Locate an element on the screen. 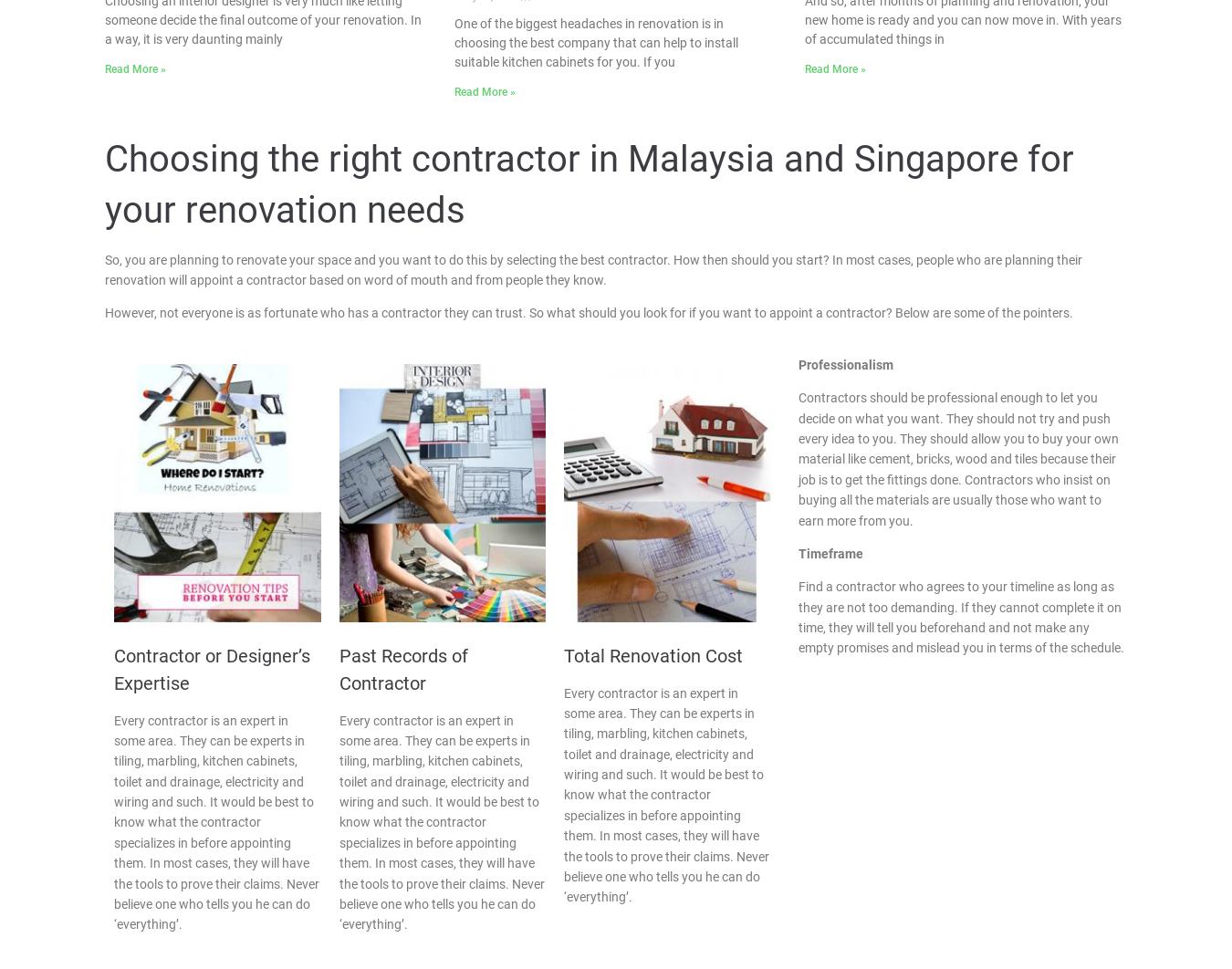 Image resolution: width=1232 pixels, height=969 pixels. 'One of the biggest headaches in renovation is in choosing the best company that can help to install suitable kitchen cabinets for you. If you' is located at coordinates (454, 43).